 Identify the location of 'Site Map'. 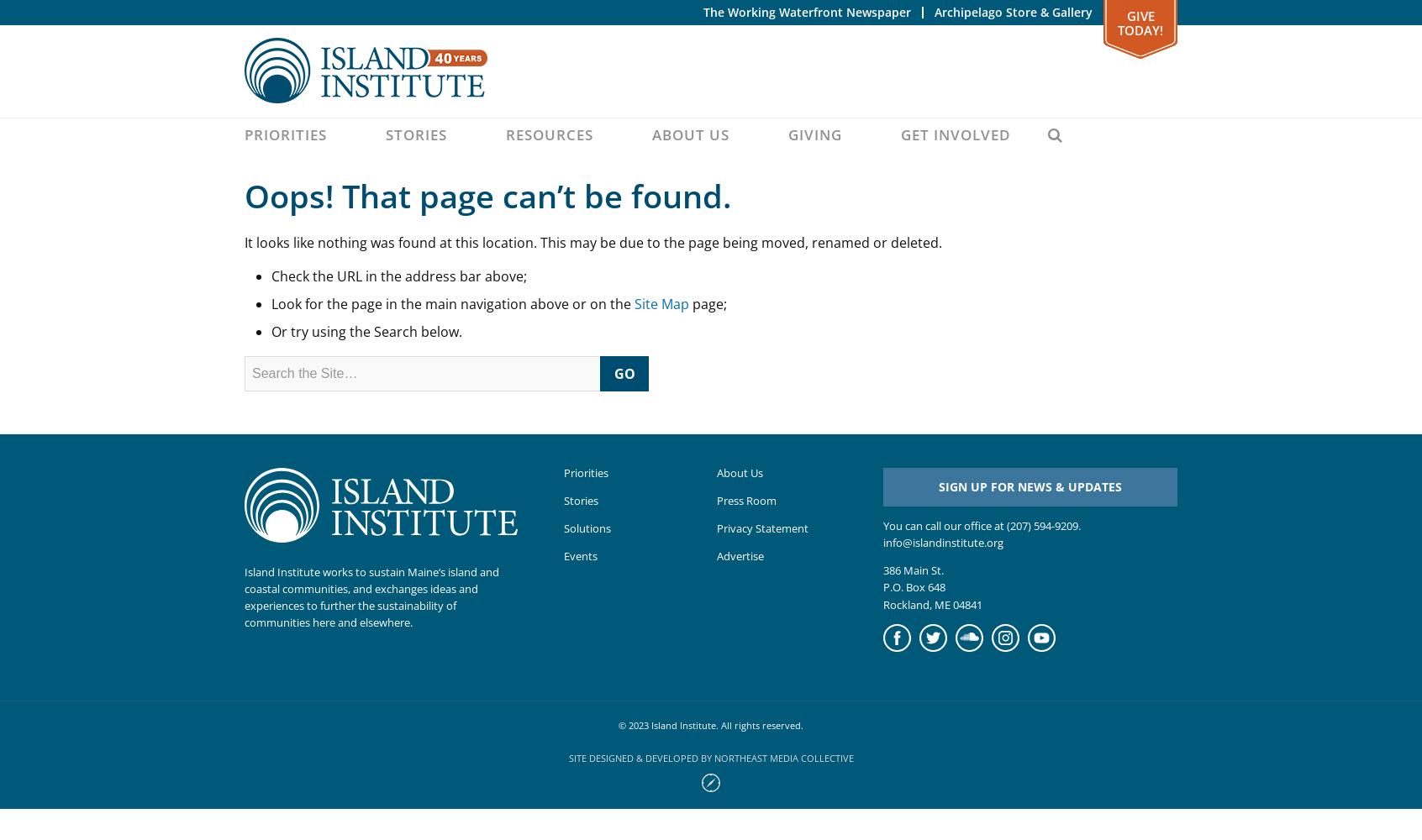
(661, 303).